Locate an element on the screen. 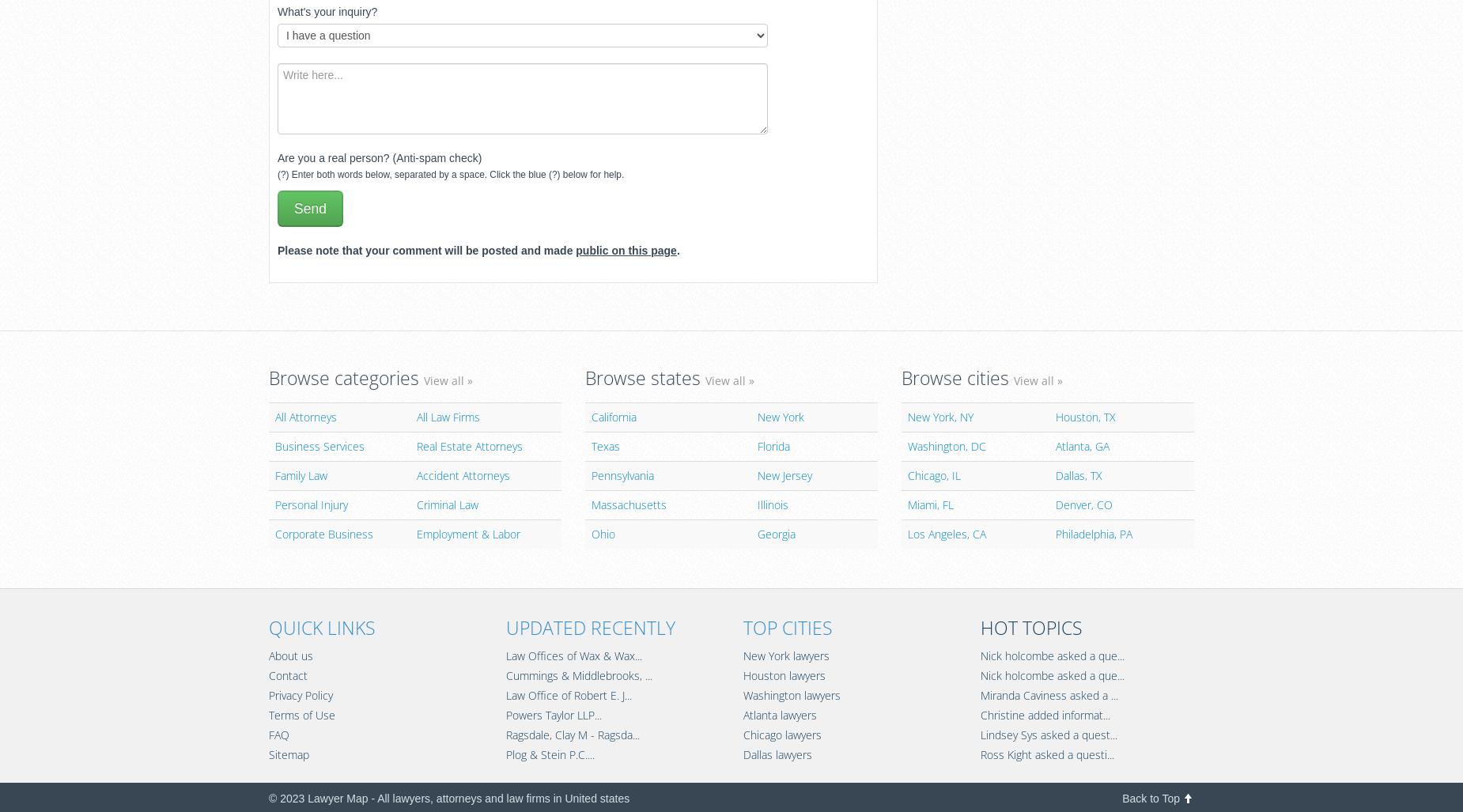  'Illinois' is located at coordinates (771, 503).